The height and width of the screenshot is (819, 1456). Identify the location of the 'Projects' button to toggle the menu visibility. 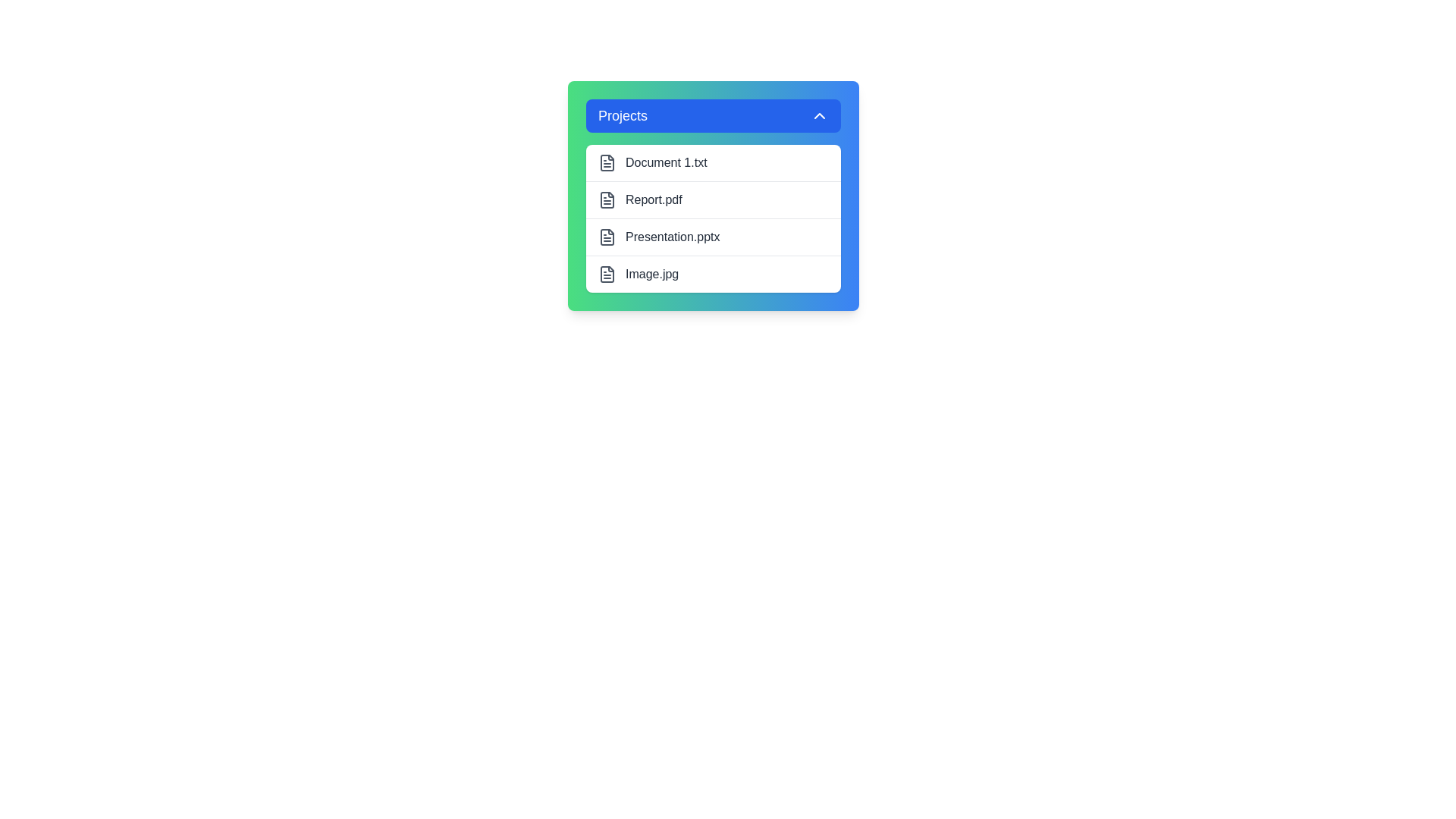
(712, 115).